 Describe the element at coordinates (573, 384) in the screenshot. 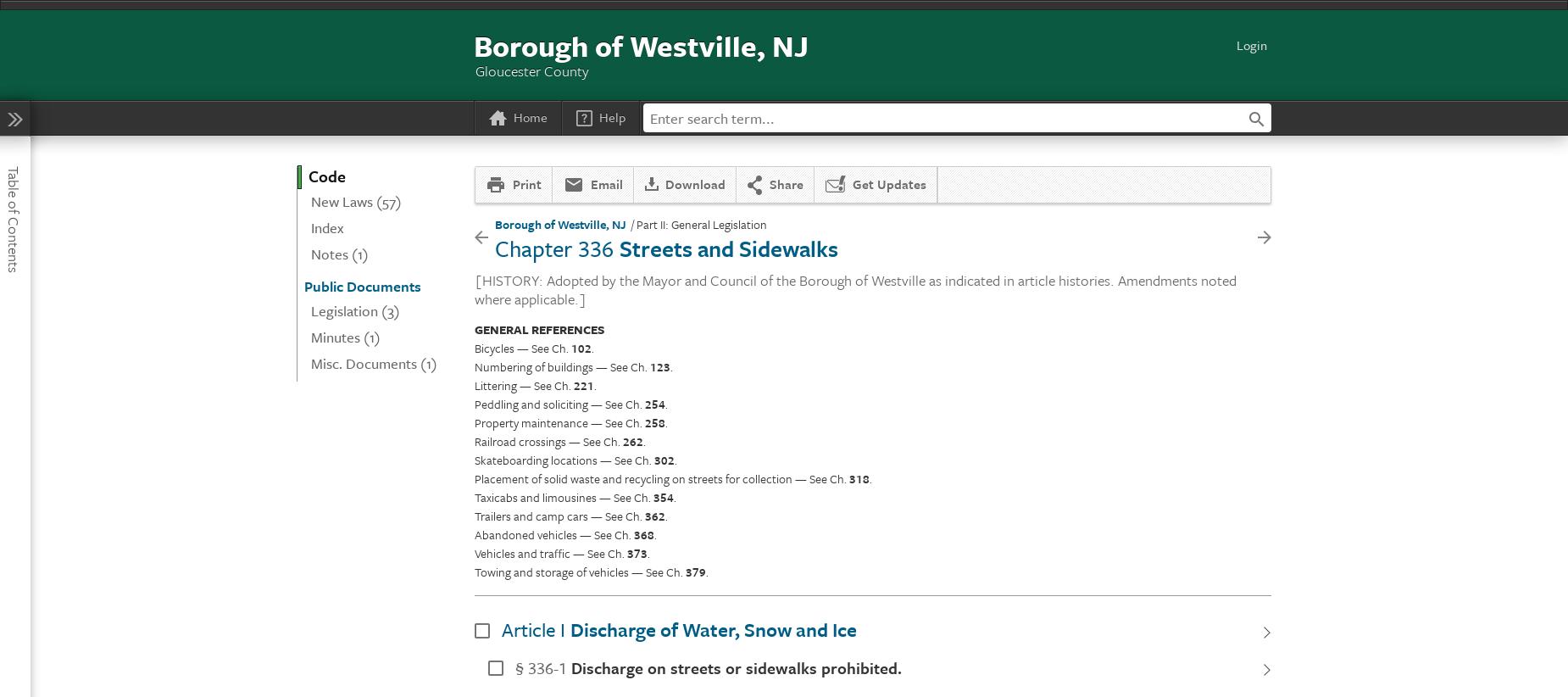

I see `'221'` at that location.